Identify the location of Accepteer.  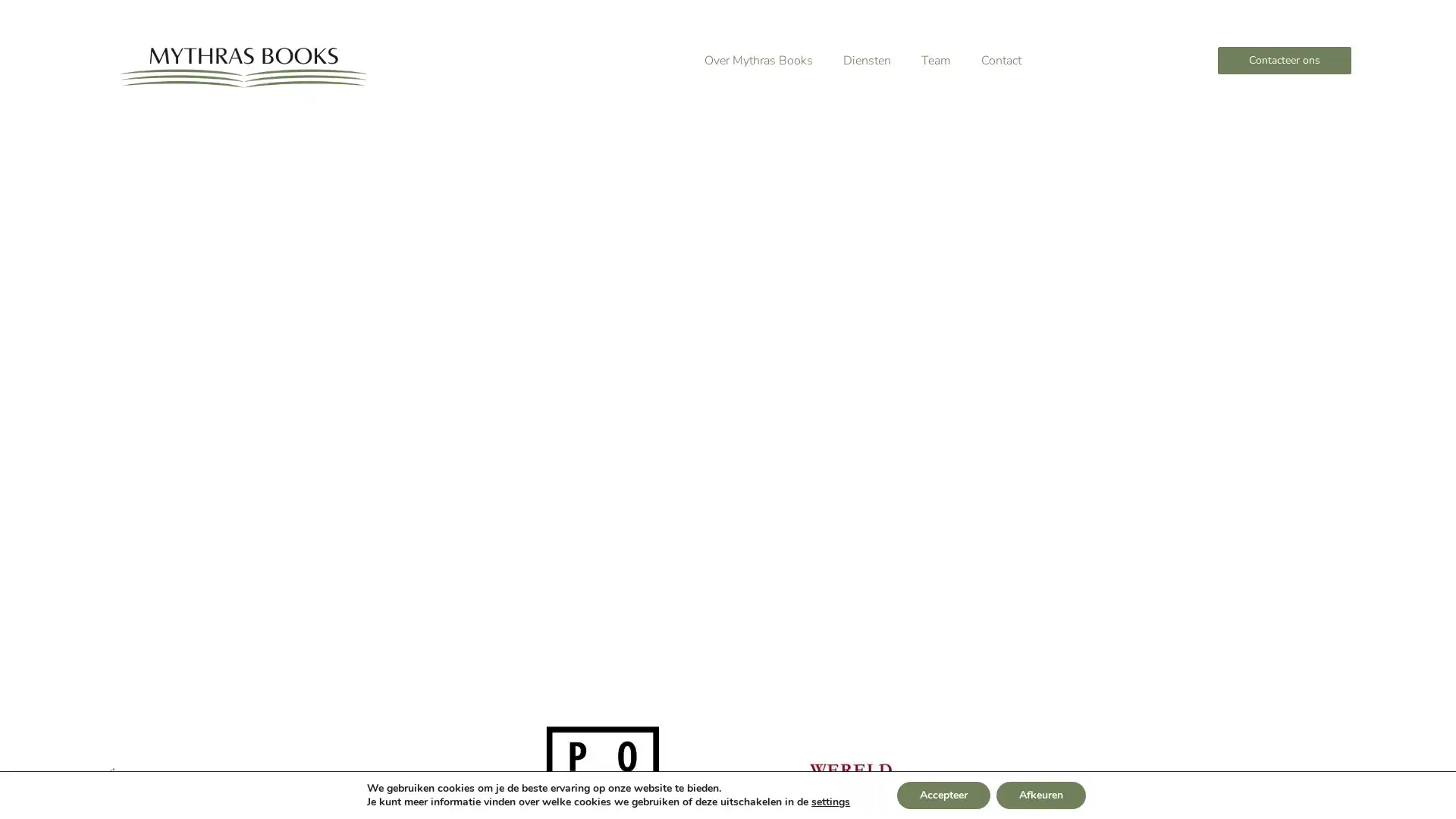
(942, 795).